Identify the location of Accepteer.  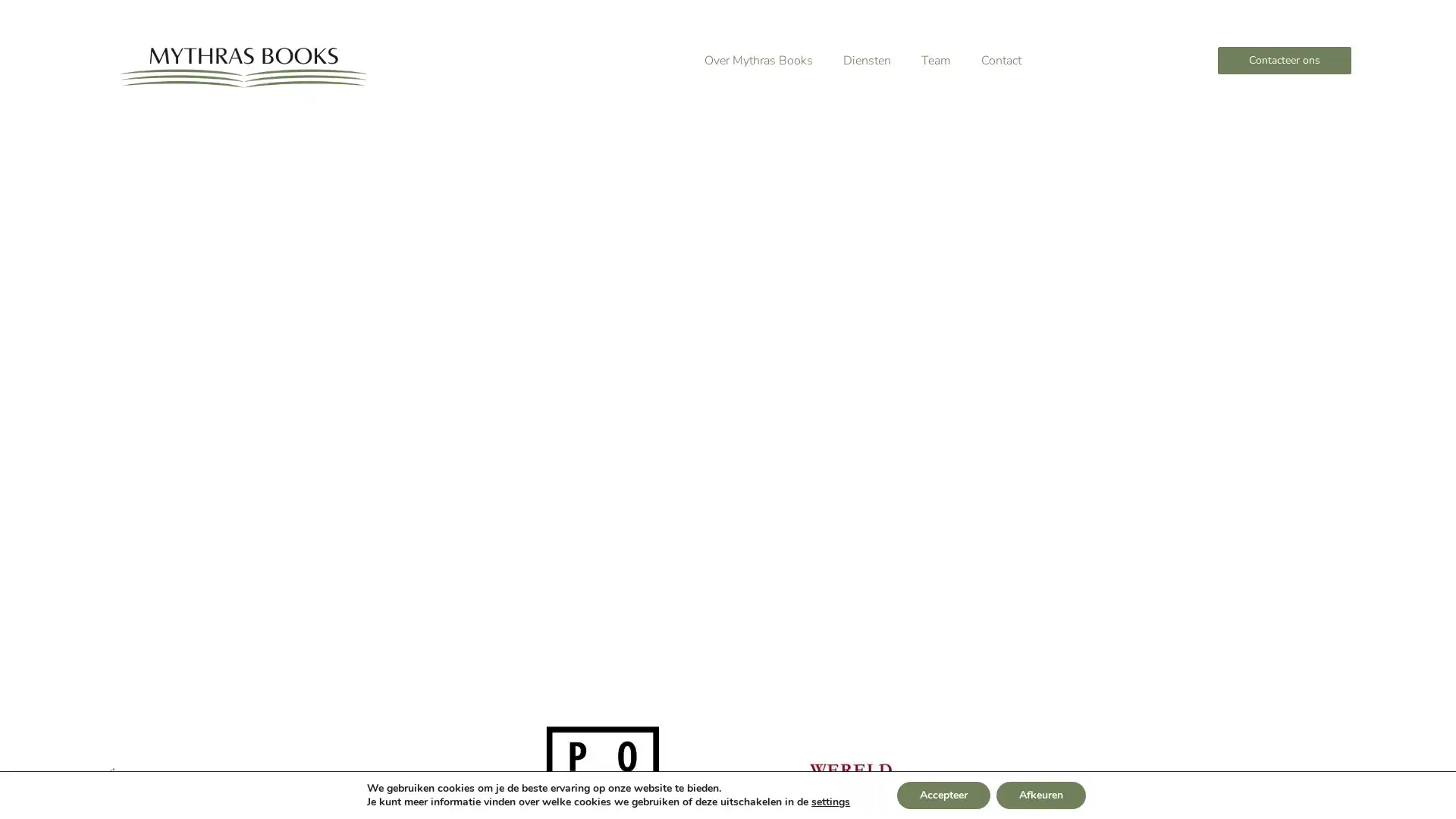
(942, 795).